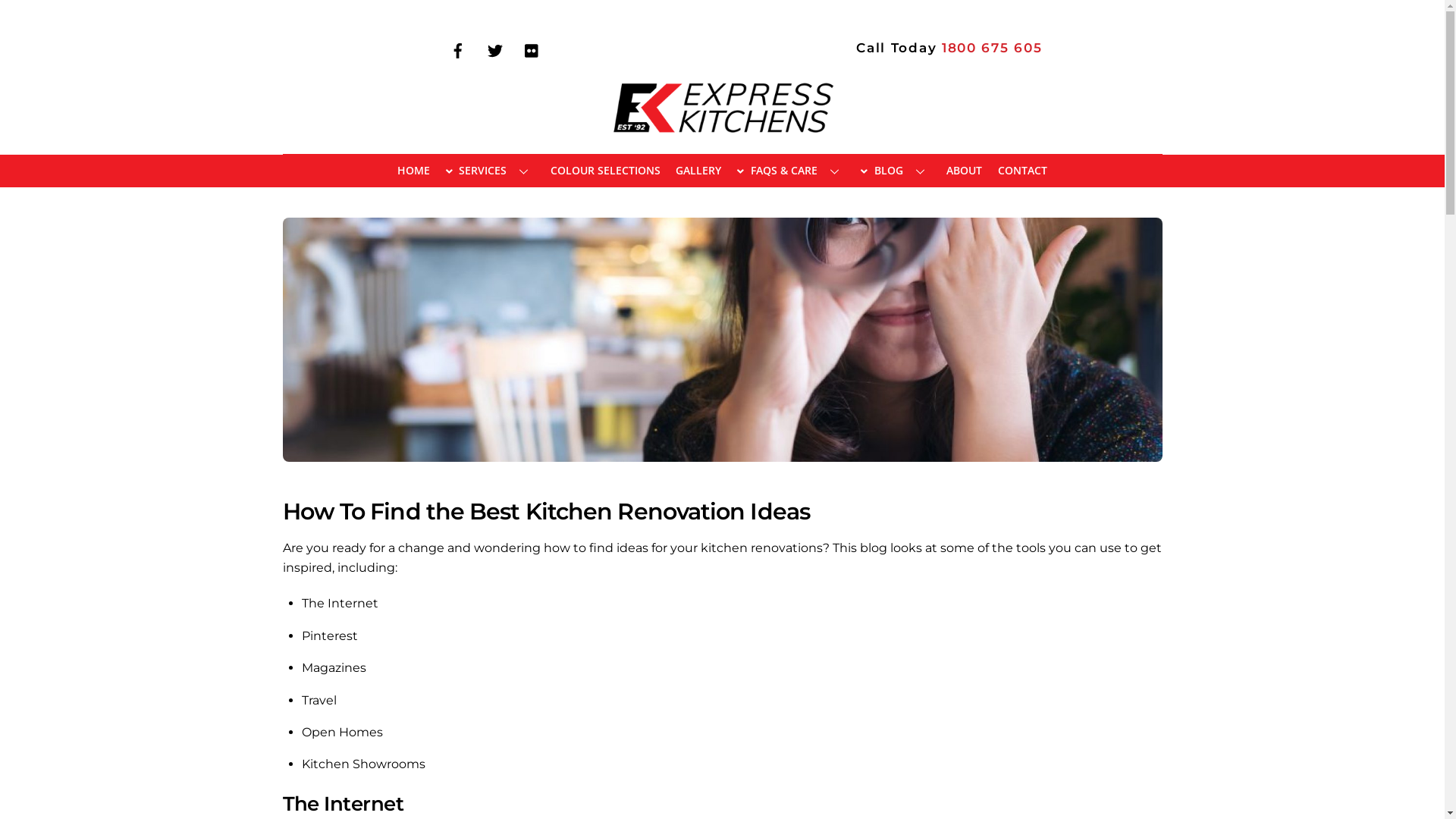 The height and width of the screenshot is (819, 1456). What do you see at coordinates (490, 170) in the screenshot?
I see `'SERVICES'` at bounding box center [490, 170].